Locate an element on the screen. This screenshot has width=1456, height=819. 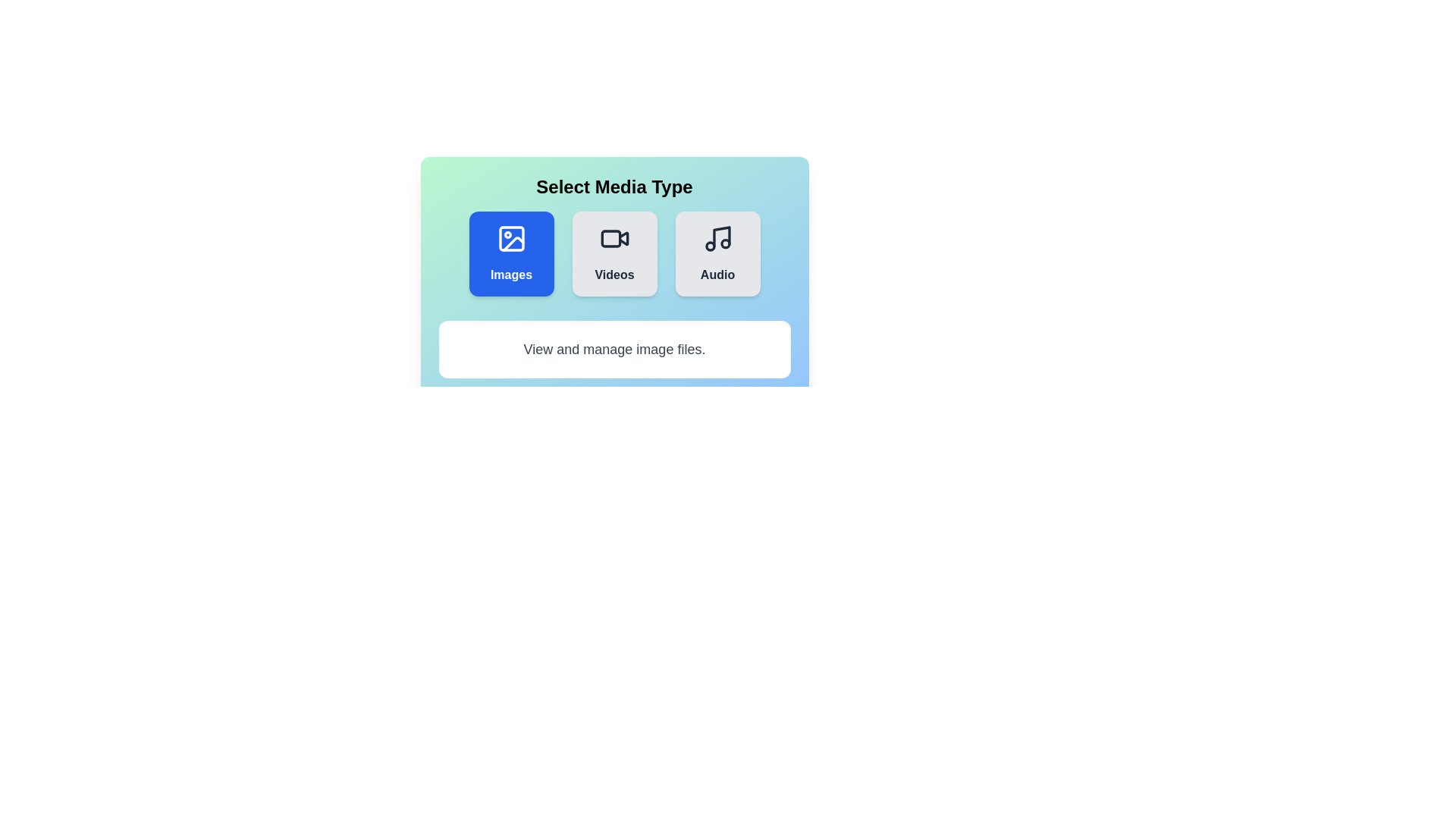
the center of the title text to focus on it is located at coordinates (614, 186).